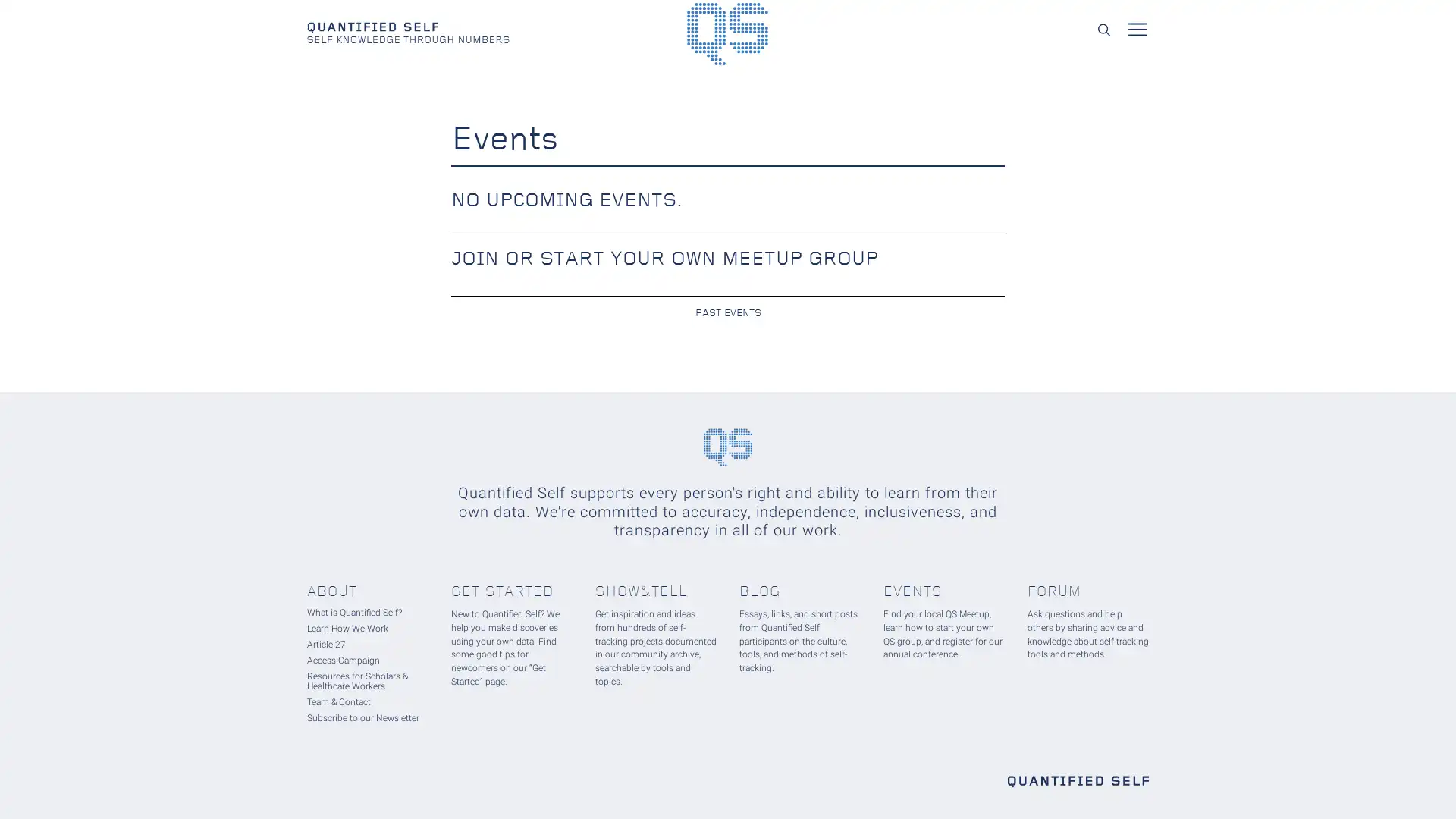 Image resolution: width=1456 pixels, height=819 pixels. What do you see at coordinates (1137, 29) in the screenshot?
I see `Toggle navigation` at bounding box center [1137, 29].